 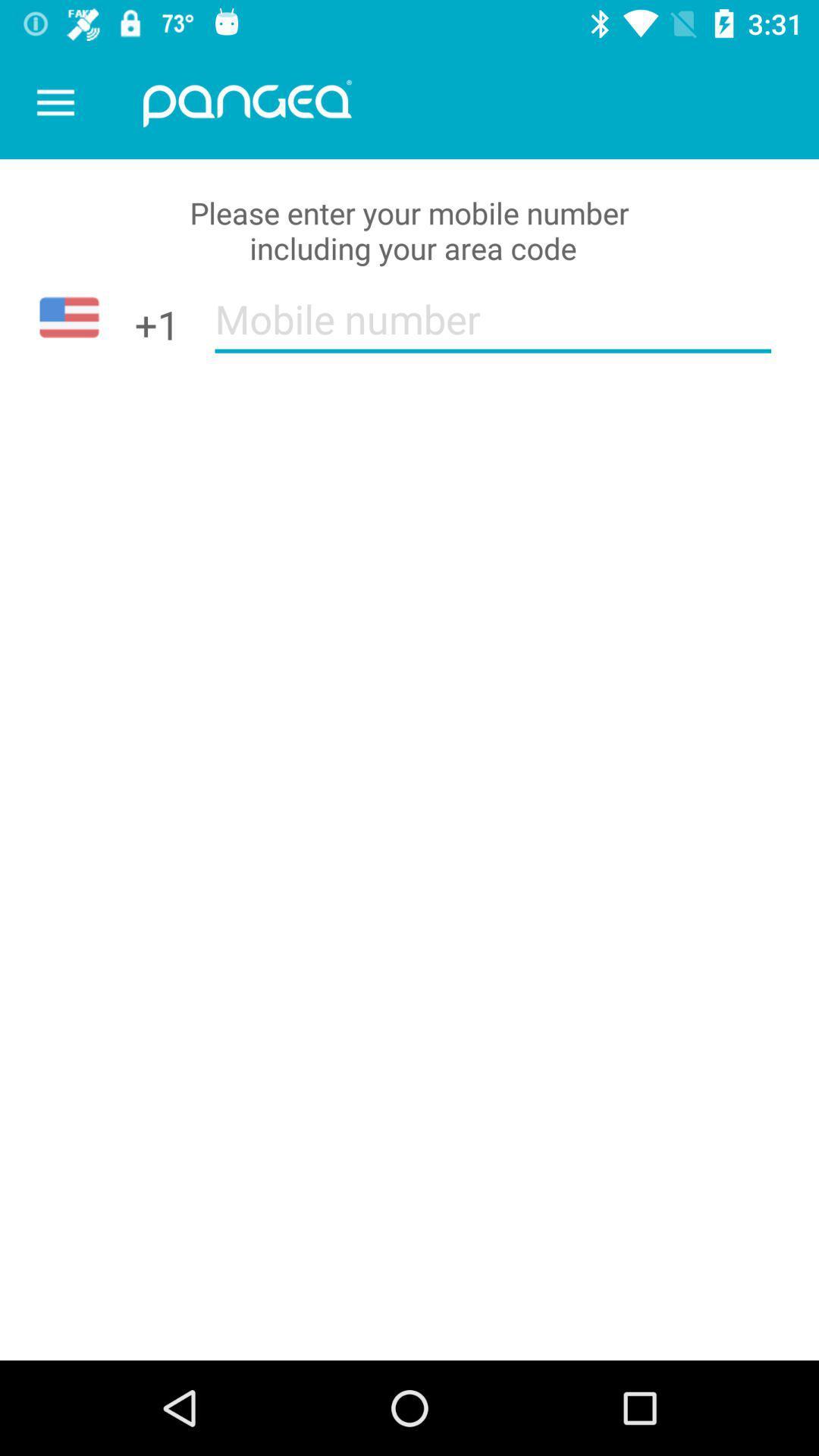 I want to click on the item to the right of +1, so click(x=493, y=328).